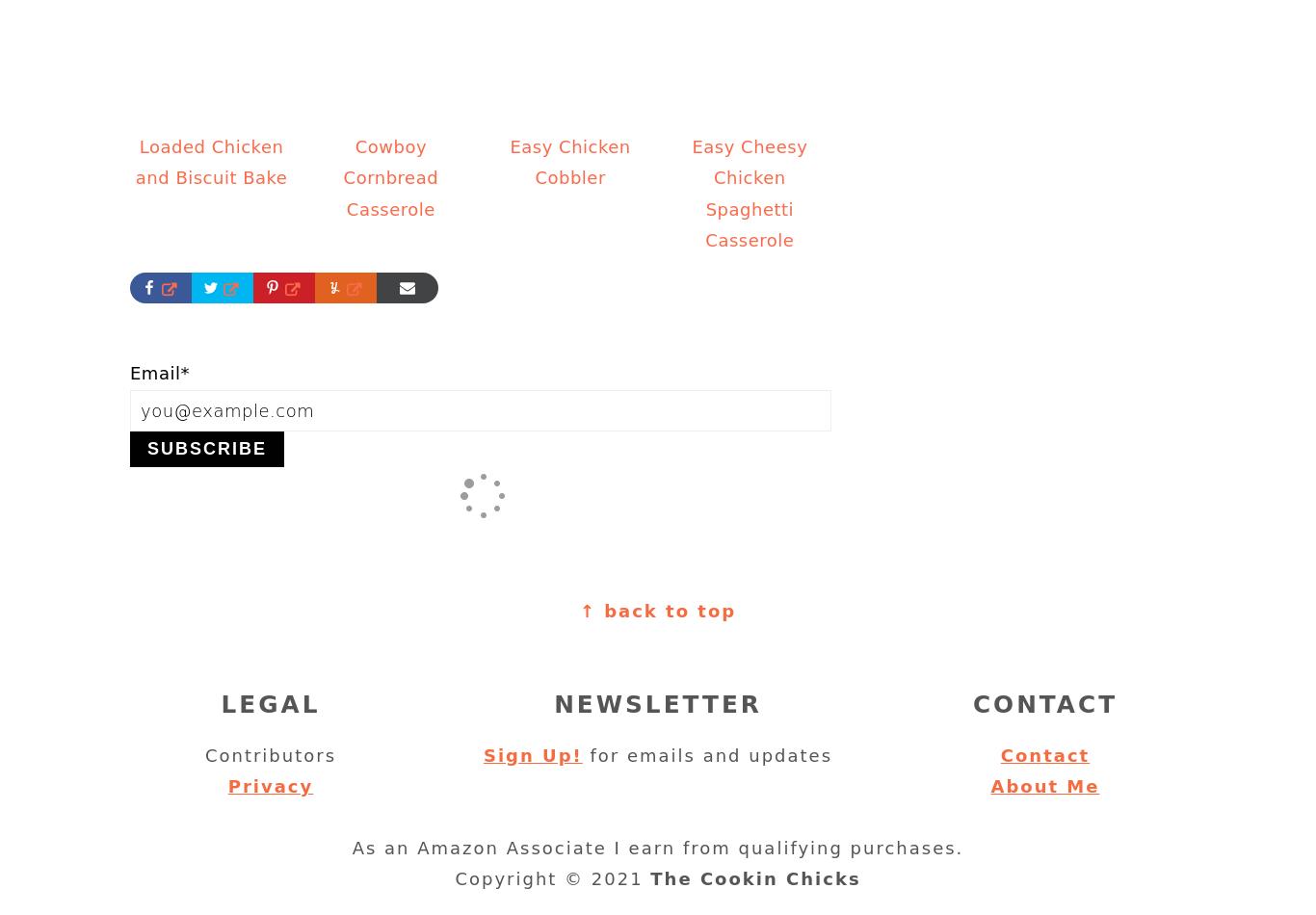 The height and width of the screenshot is (915, 1316). What do you see at coordinates (656, 611) in the screenshot?
I see `'↑ back to top'` at bounding box center [656, 611].